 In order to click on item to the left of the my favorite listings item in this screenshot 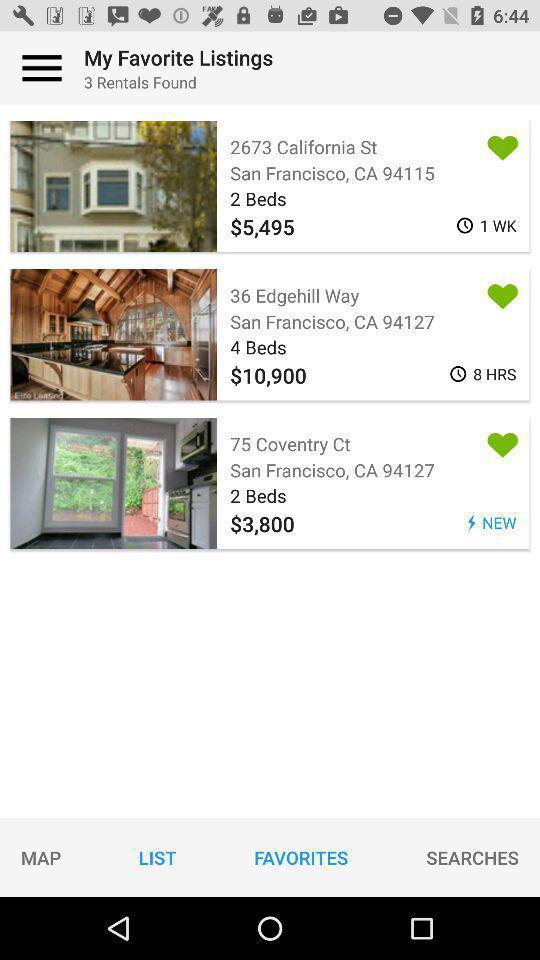, I will do `click(42, 68)`.